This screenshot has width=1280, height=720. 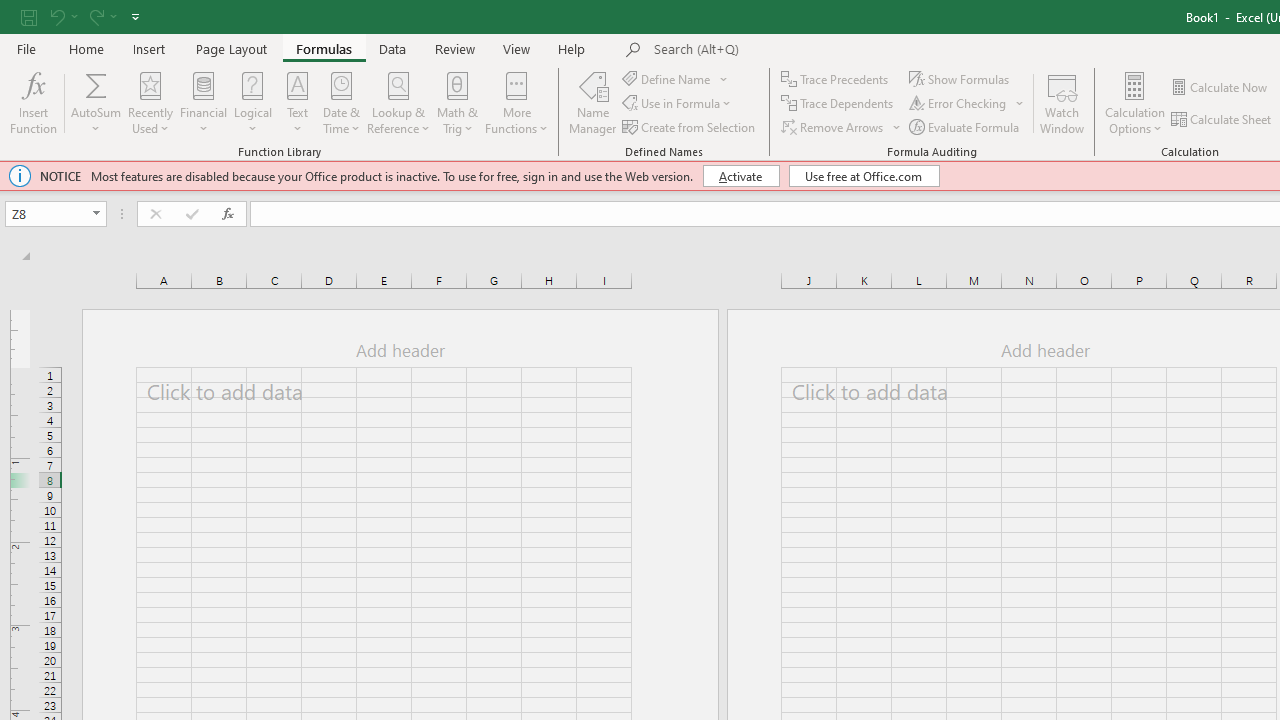 I want to click on 'Recently Used', so click(x=150, y=103).